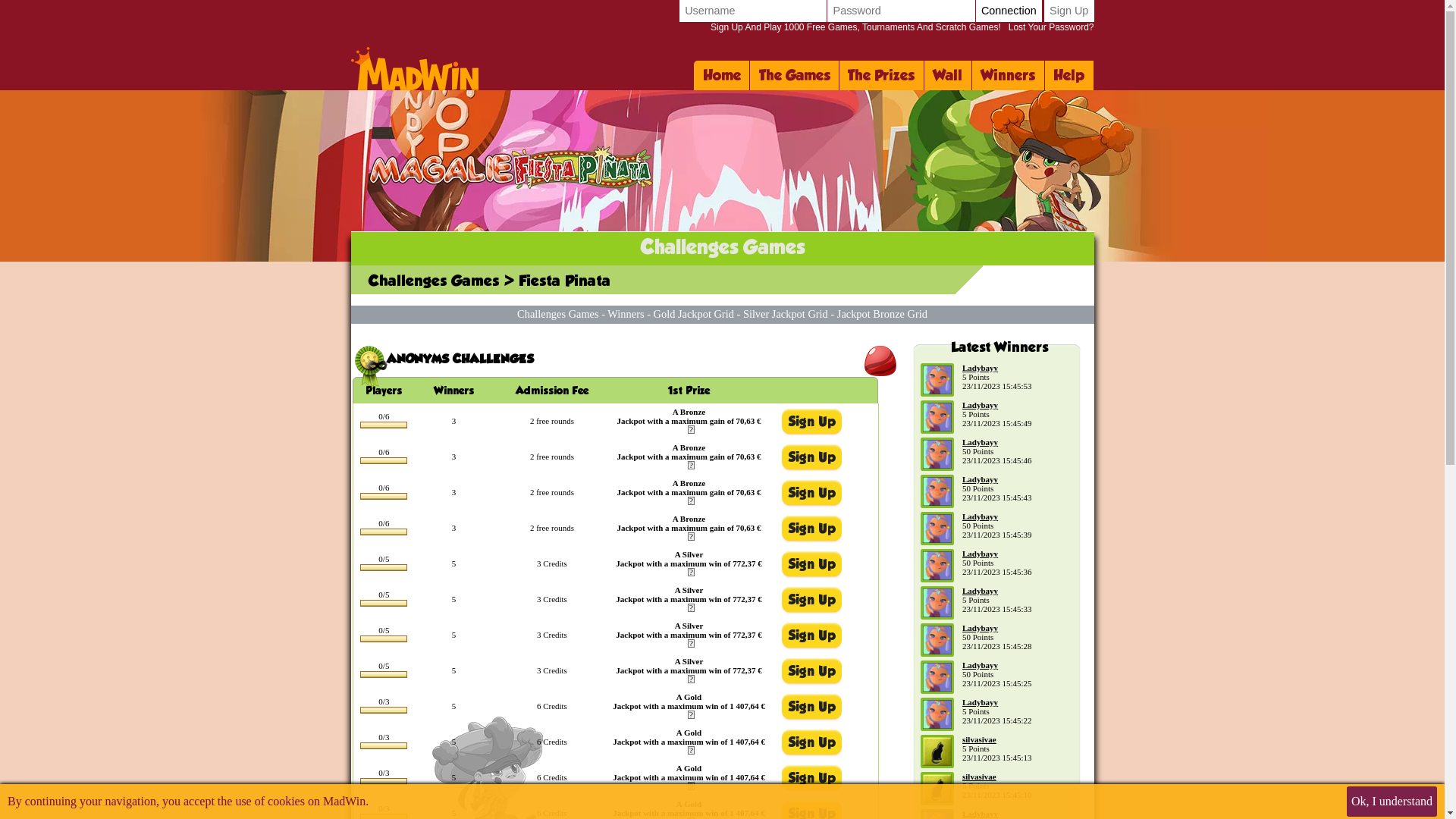 The image size is (1456, 819). I want to click on 'The Games', so click(793, 75).